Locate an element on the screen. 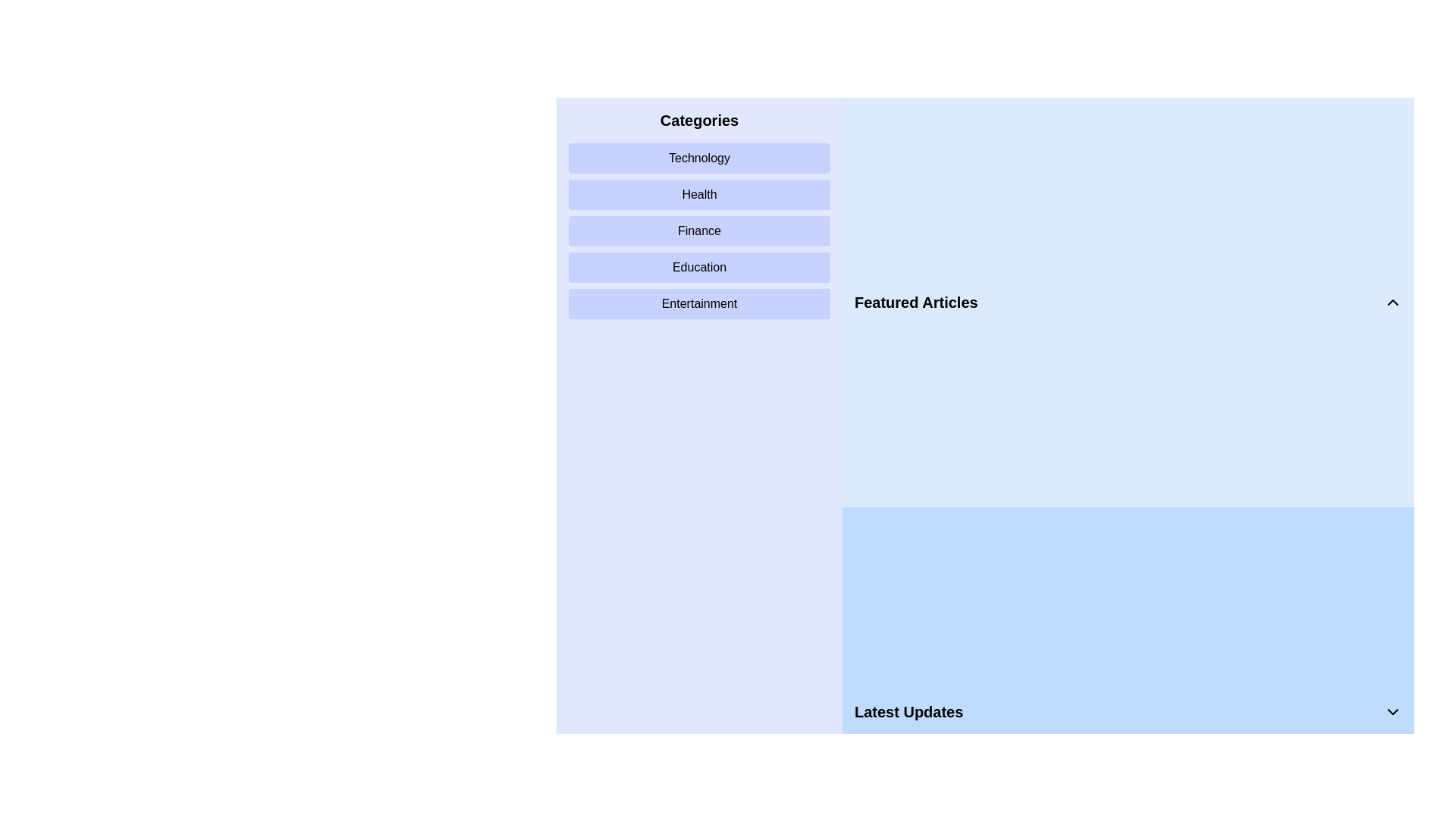 This screenshot has height=819, width=1456. the 'Health' category selection button, which is the second button in a vertical list under the 'Categories' section is located at coordinates (698, 194).